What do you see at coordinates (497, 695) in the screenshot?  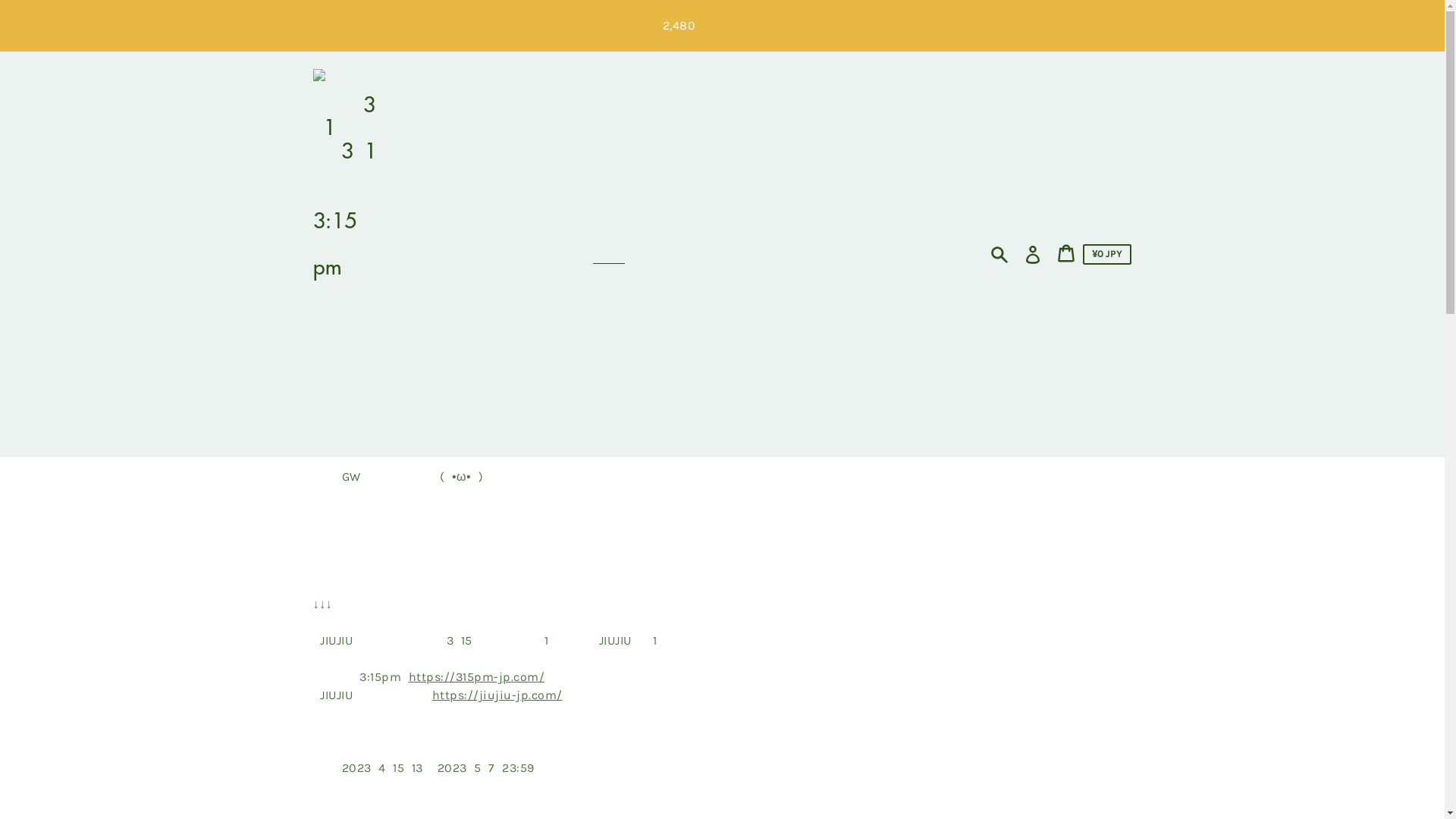 I see `'https://jiujiu-jp.com/'` at bounding box center [497, 695].